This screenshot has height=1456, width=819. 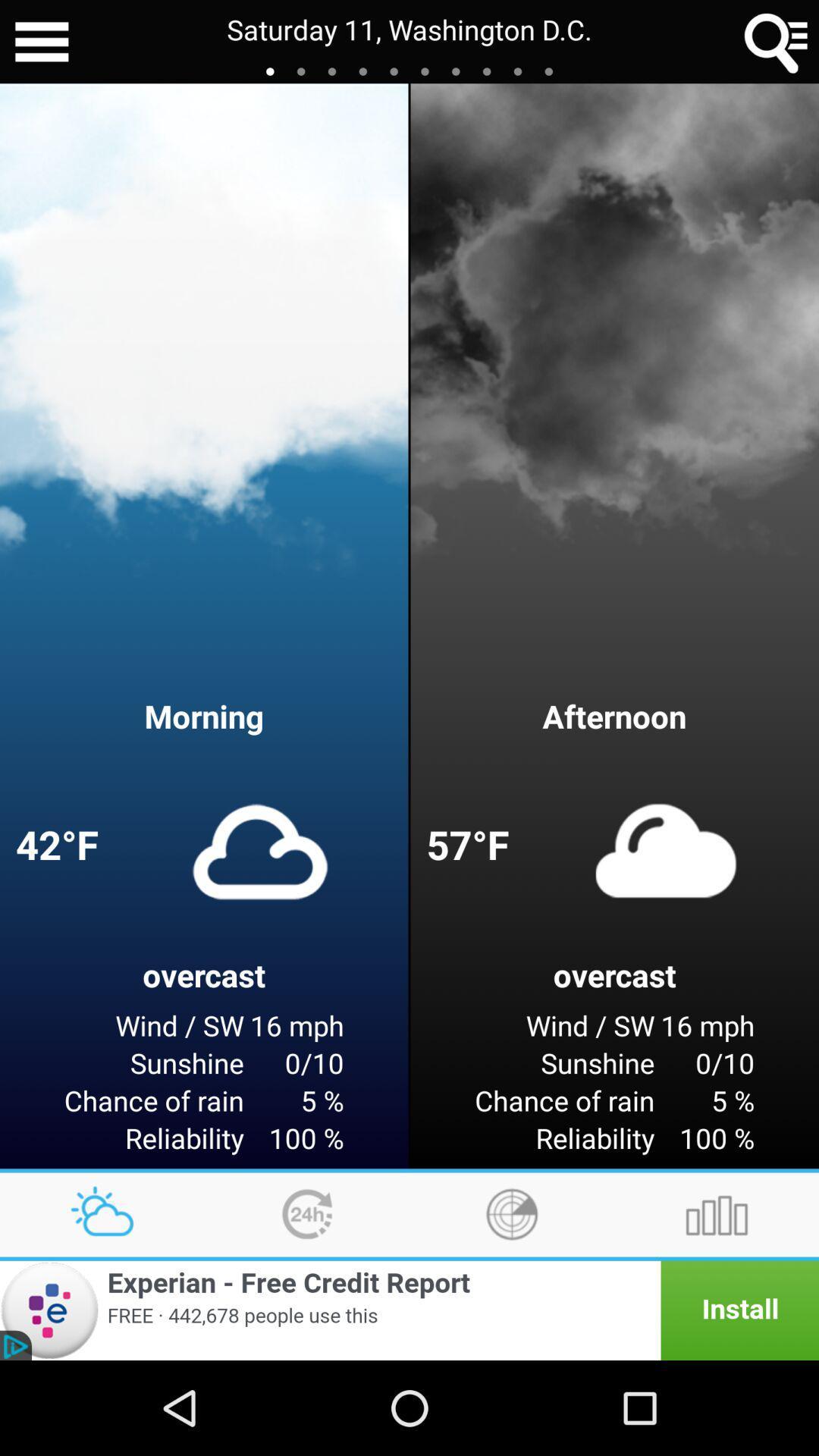 I want to click on the menu option, so click(x=41, y=42).